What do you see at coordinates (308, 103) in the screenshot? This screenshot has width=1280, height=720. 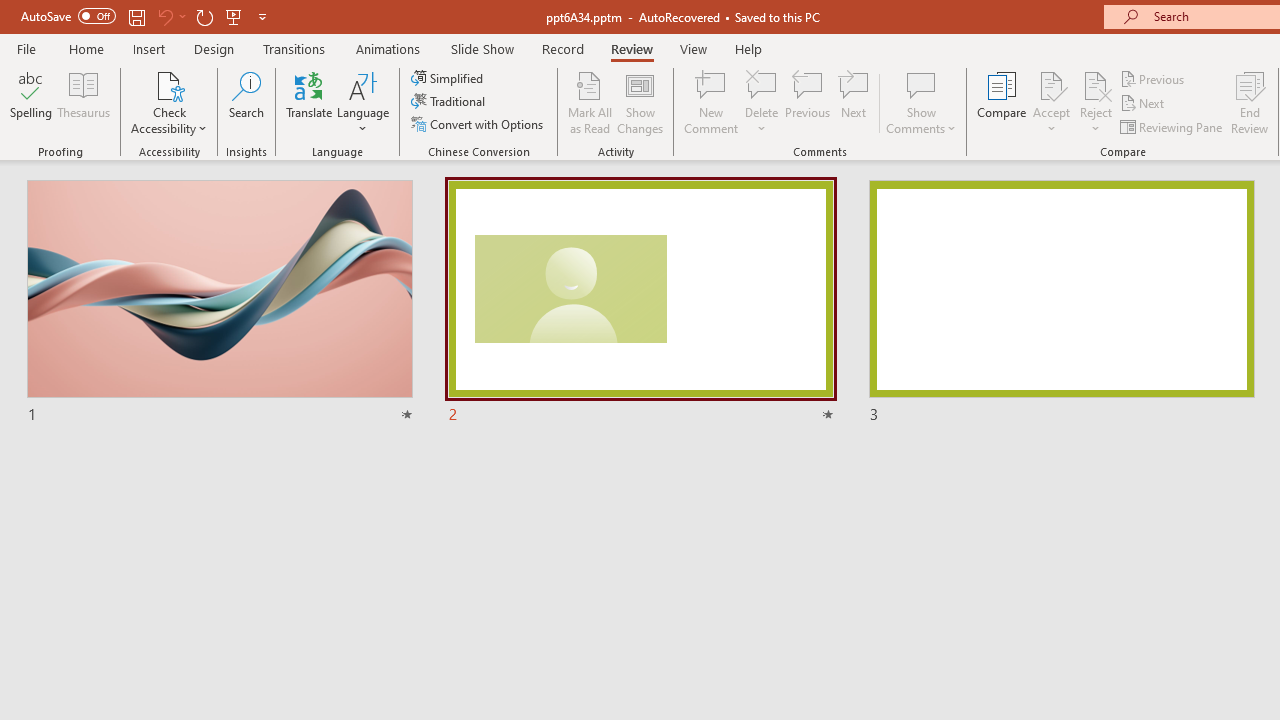 I see `'Translate'` at bounding box center [308, 103].